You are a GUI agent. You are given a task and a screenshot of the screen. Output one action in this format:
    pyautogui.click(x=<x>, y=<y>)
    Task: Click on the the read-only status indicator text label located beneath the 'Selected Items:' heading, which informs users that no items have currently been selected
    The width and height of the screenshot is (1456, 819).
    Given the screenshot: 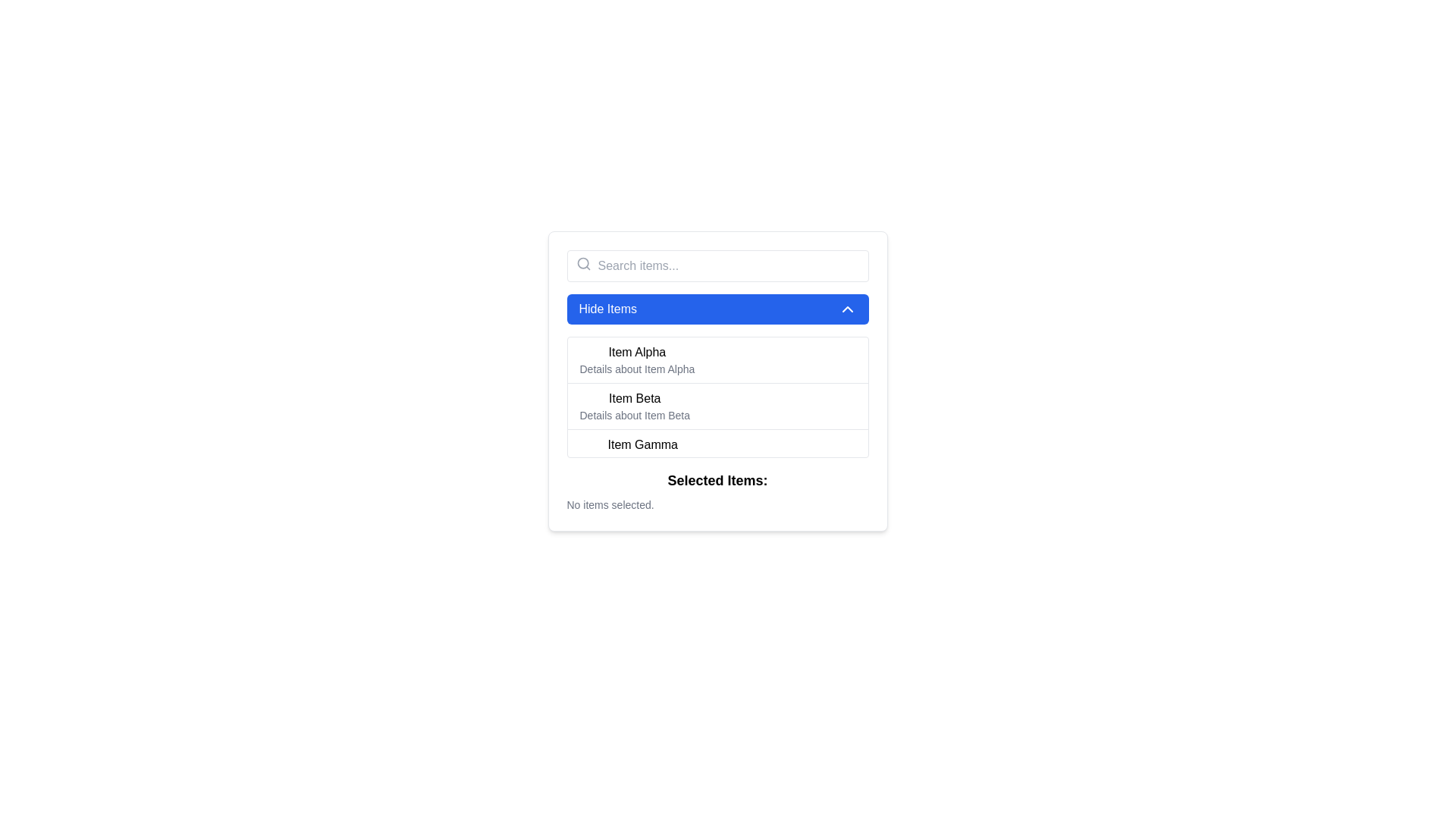 What is the action you would take?
    pyautogui.click(x=610, y=505)
    